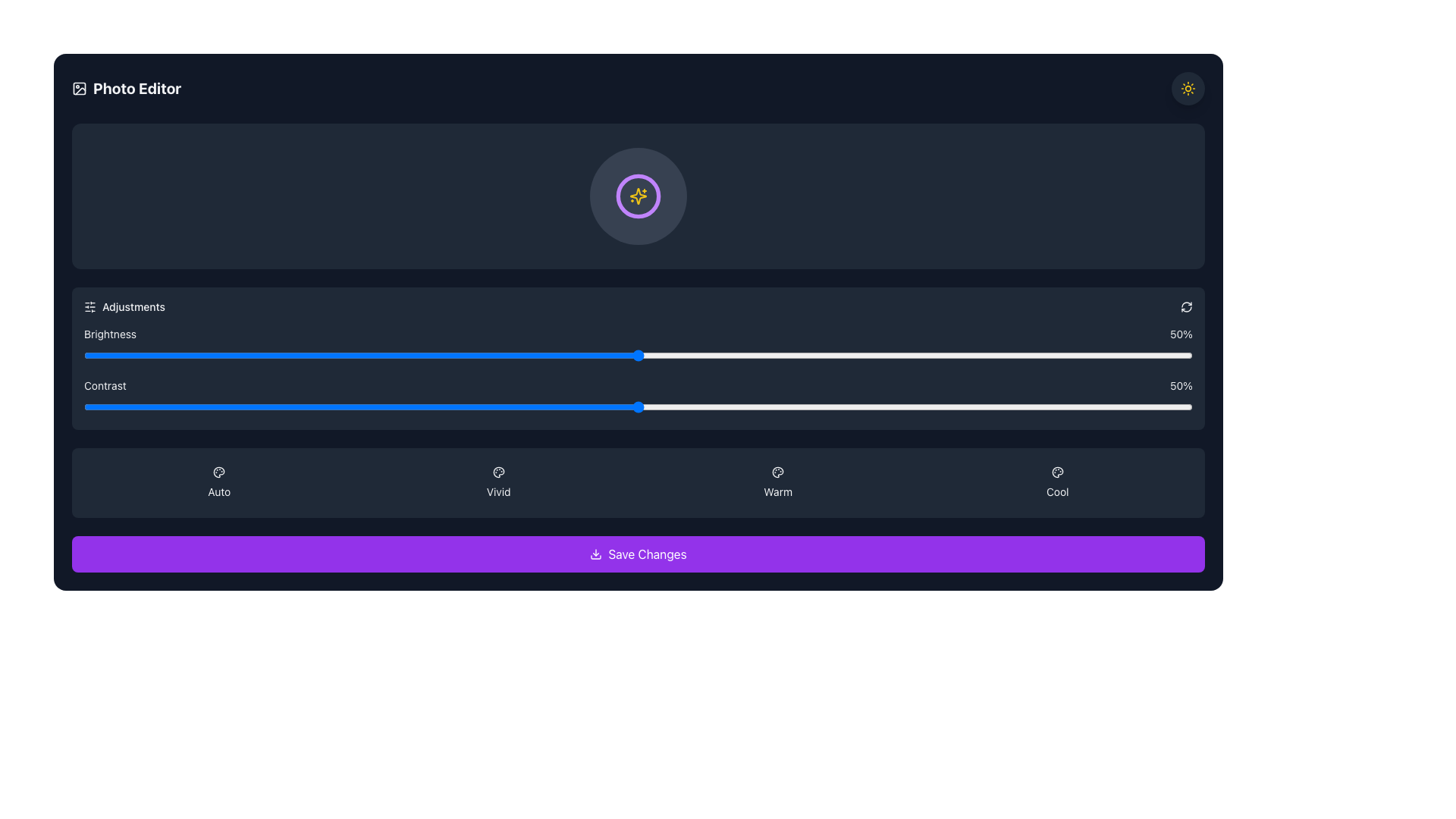 Image resolution: width=1456 pixels, height=819 pixels. What do you see at coordinates (778, 472) in the screenshot?
I see `the small circular painter's palette icon located at the center of the 'Warm' option button, which is one of the four buttons labeled 'Auto,' 'Vivid,' 'Warm,' and 'Cool.'` at bounding box center [778, 472].